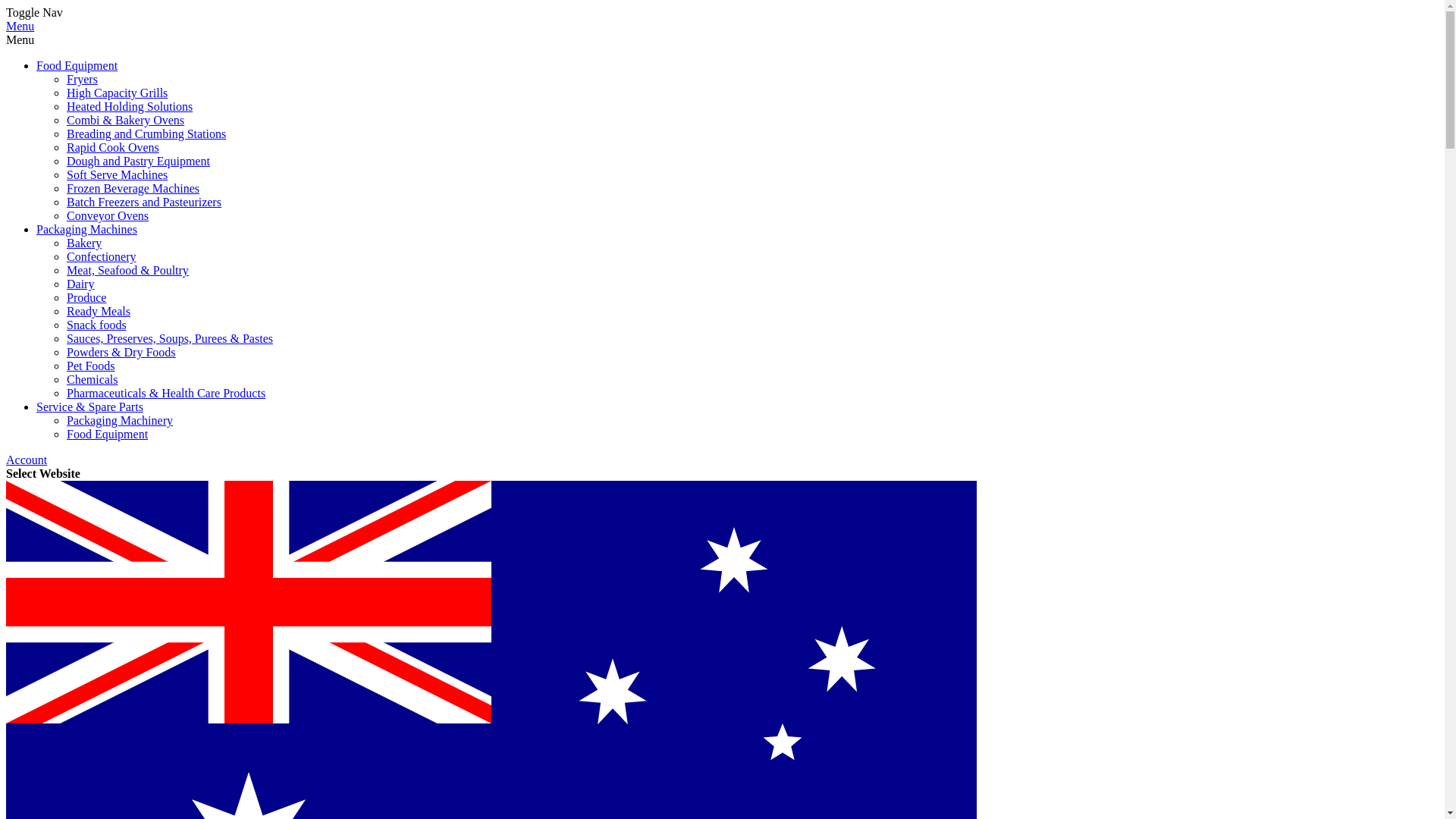  Describe the element at coordinates (83, 242) in the screenshot. I see `'Bakery'` at that location.